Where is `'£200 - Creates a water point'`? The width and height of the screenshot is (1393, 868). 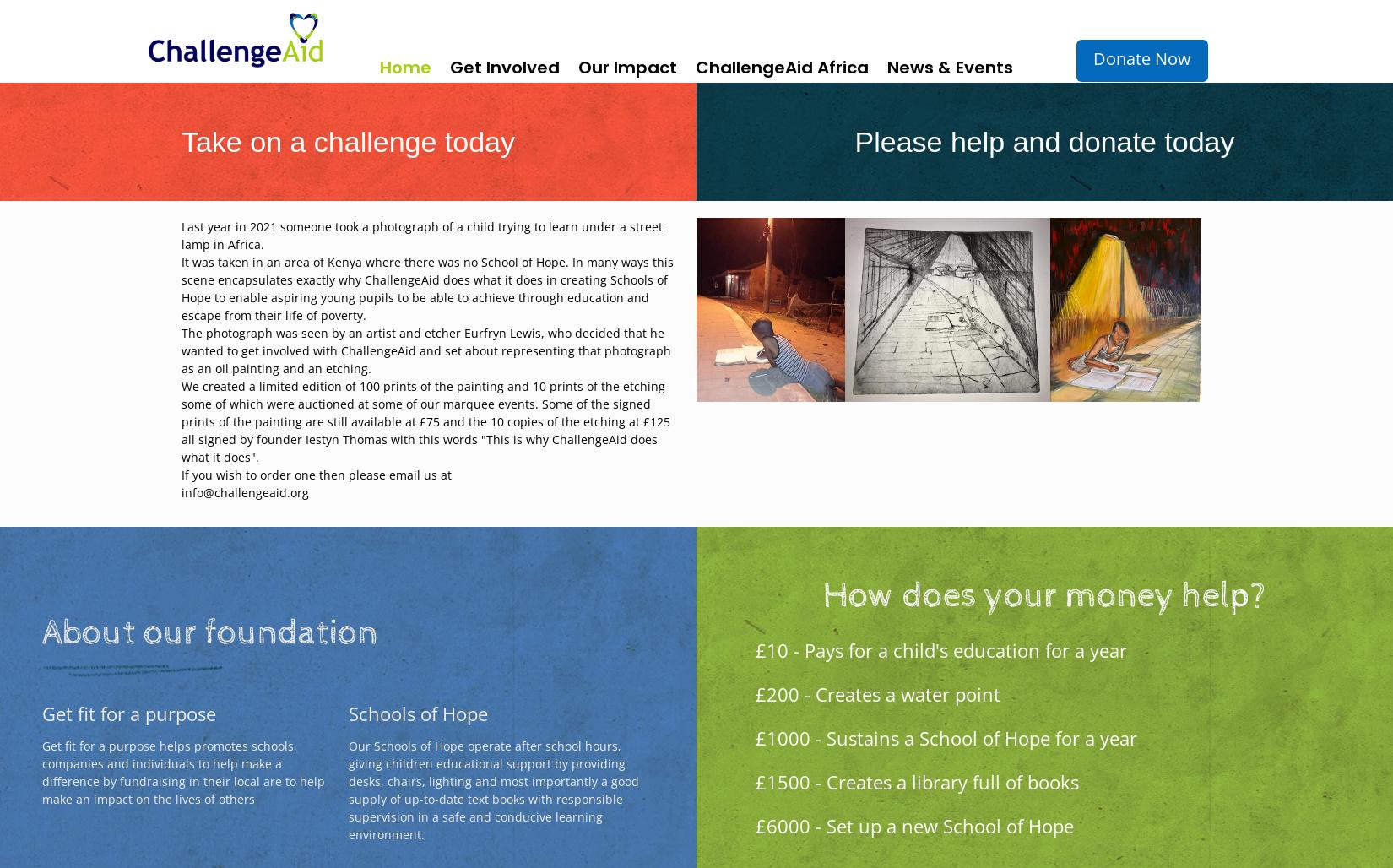 '£200 - Creates a water point' is located at coordinates (877, 692).